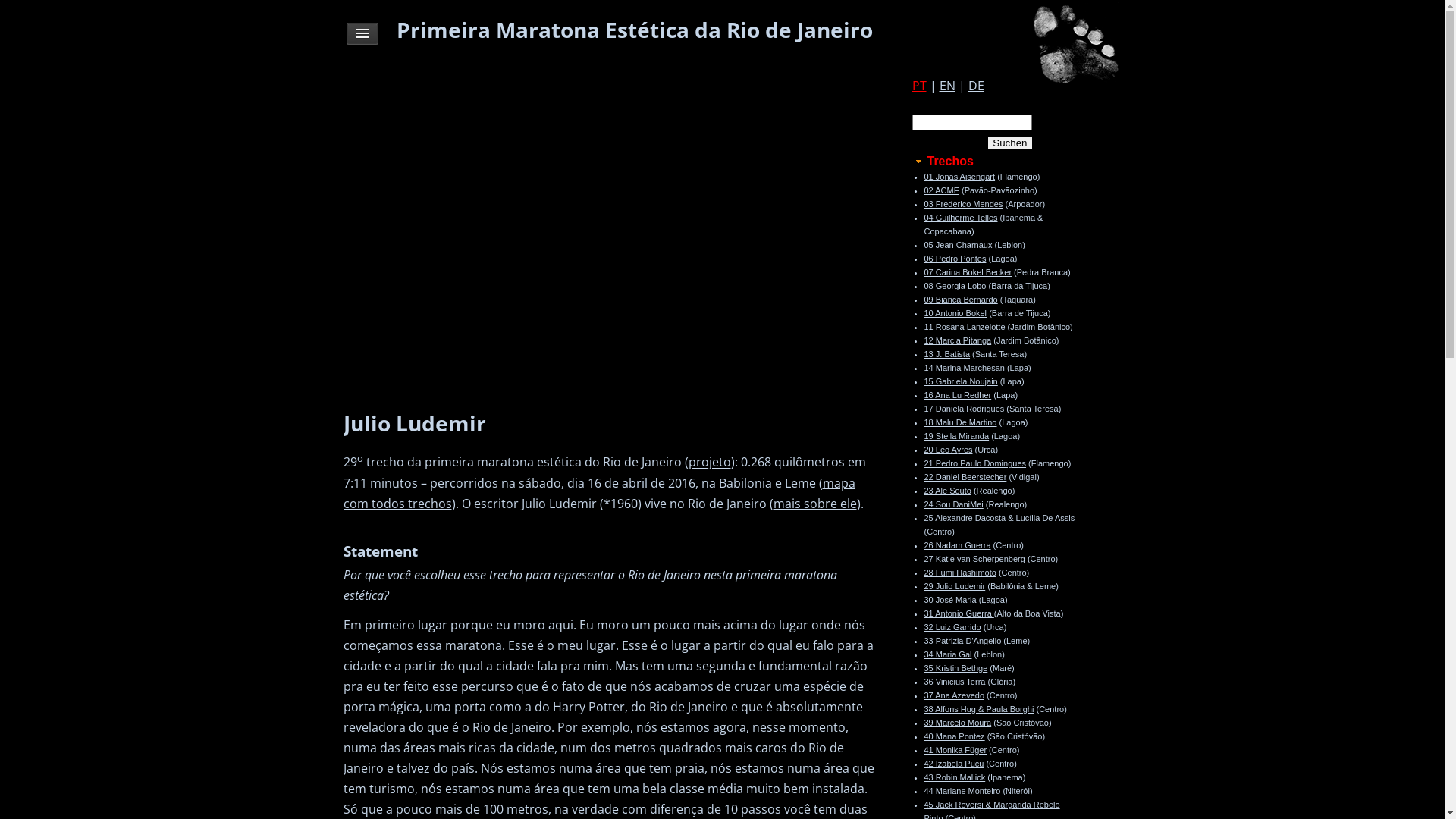 This screenshot has height=819, width=1456. Describe the element at coordinates (974, 558) in the screenshot. I see `'27 Katie van Scherpenberg'` at that location.